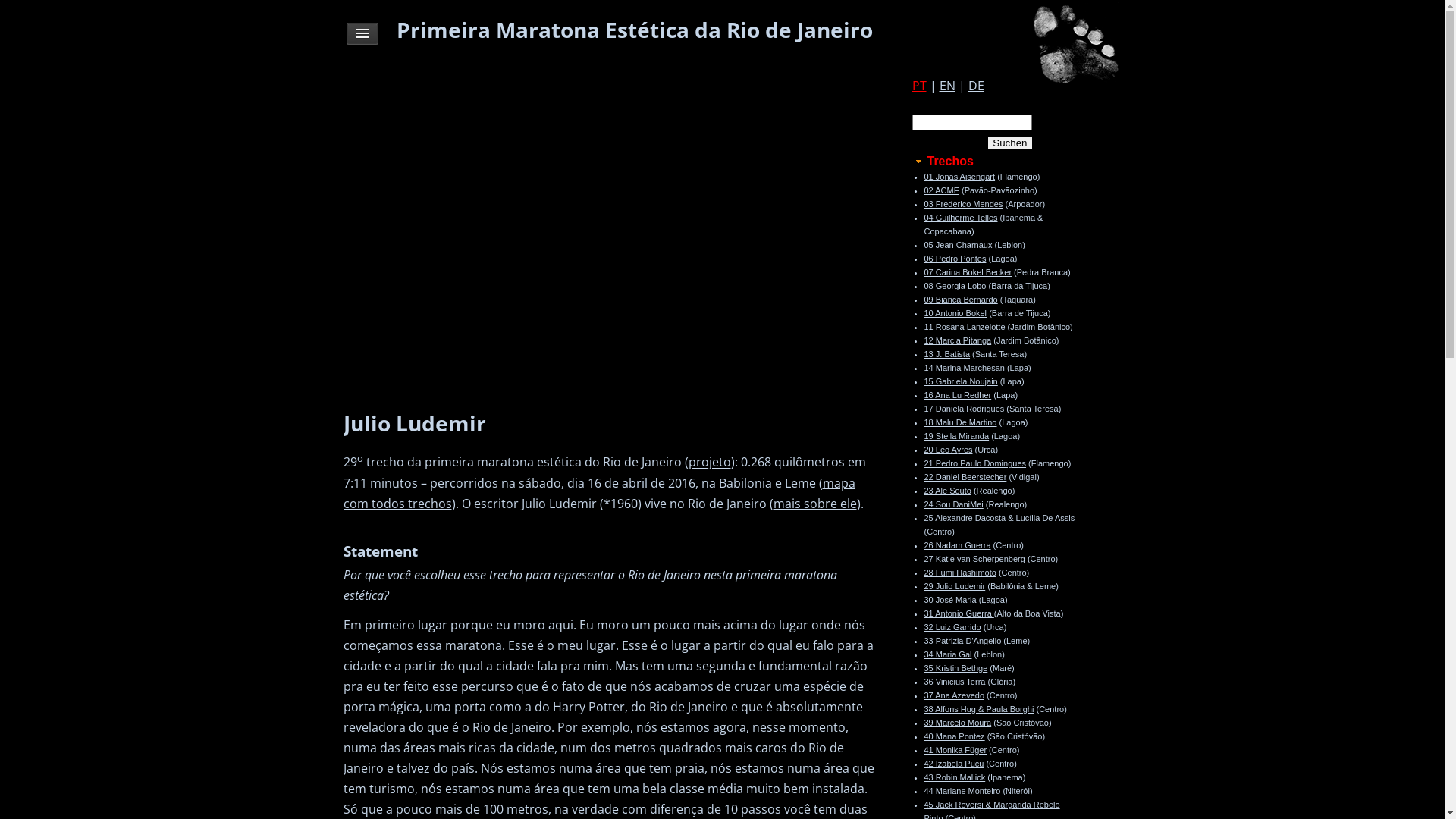 This screenshot has height=819, width=1456. Describe the element at coordinates (974, 558) in the screenshot. I see `'27 Katie van Scherpenberg'` at that location.